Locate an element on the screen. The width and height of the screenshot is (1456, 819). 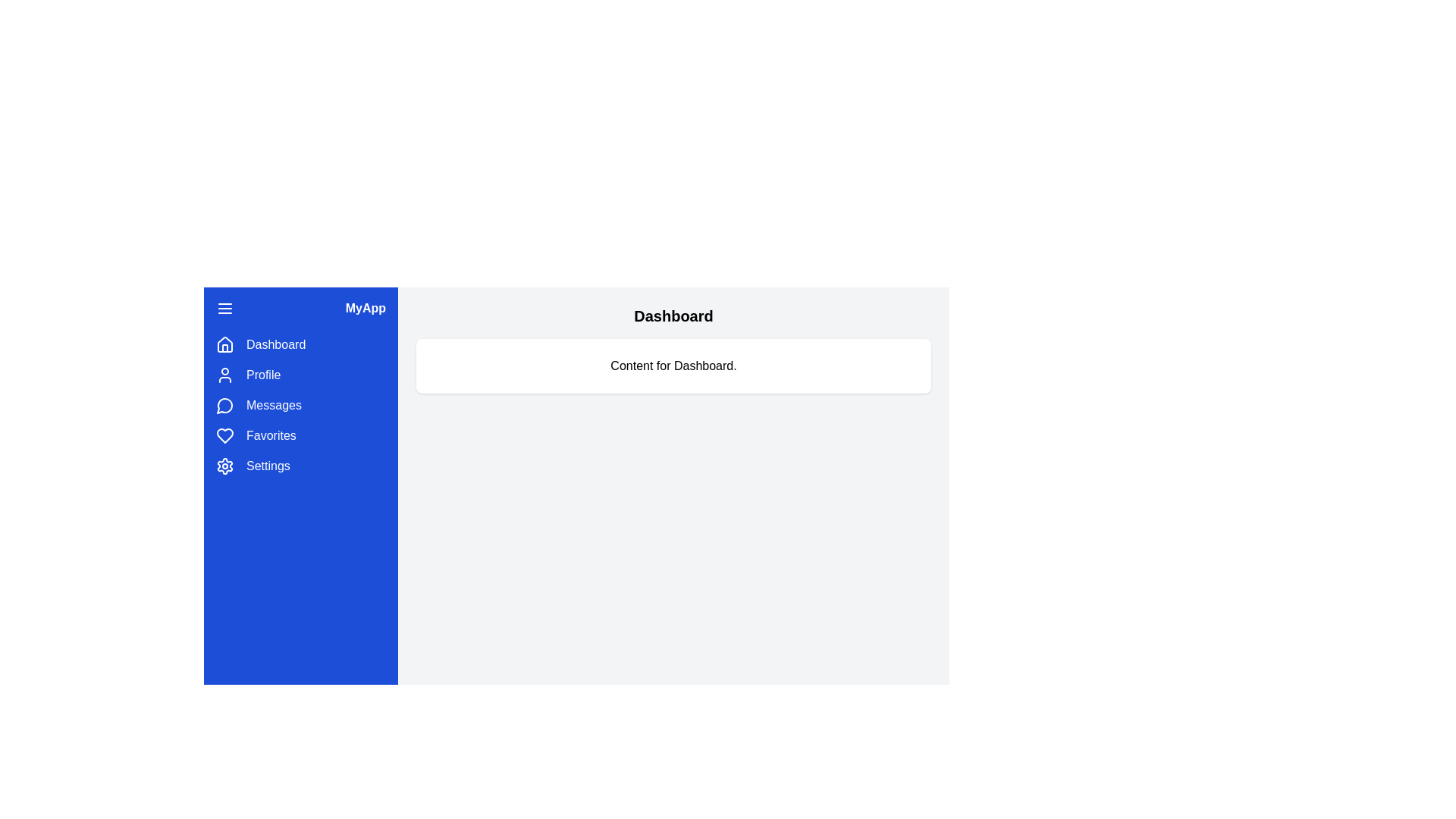
the third navigation item for accessing the Messages section, positioned between 'Profile' and 'Favorites' is located at coordinates (301, 405).